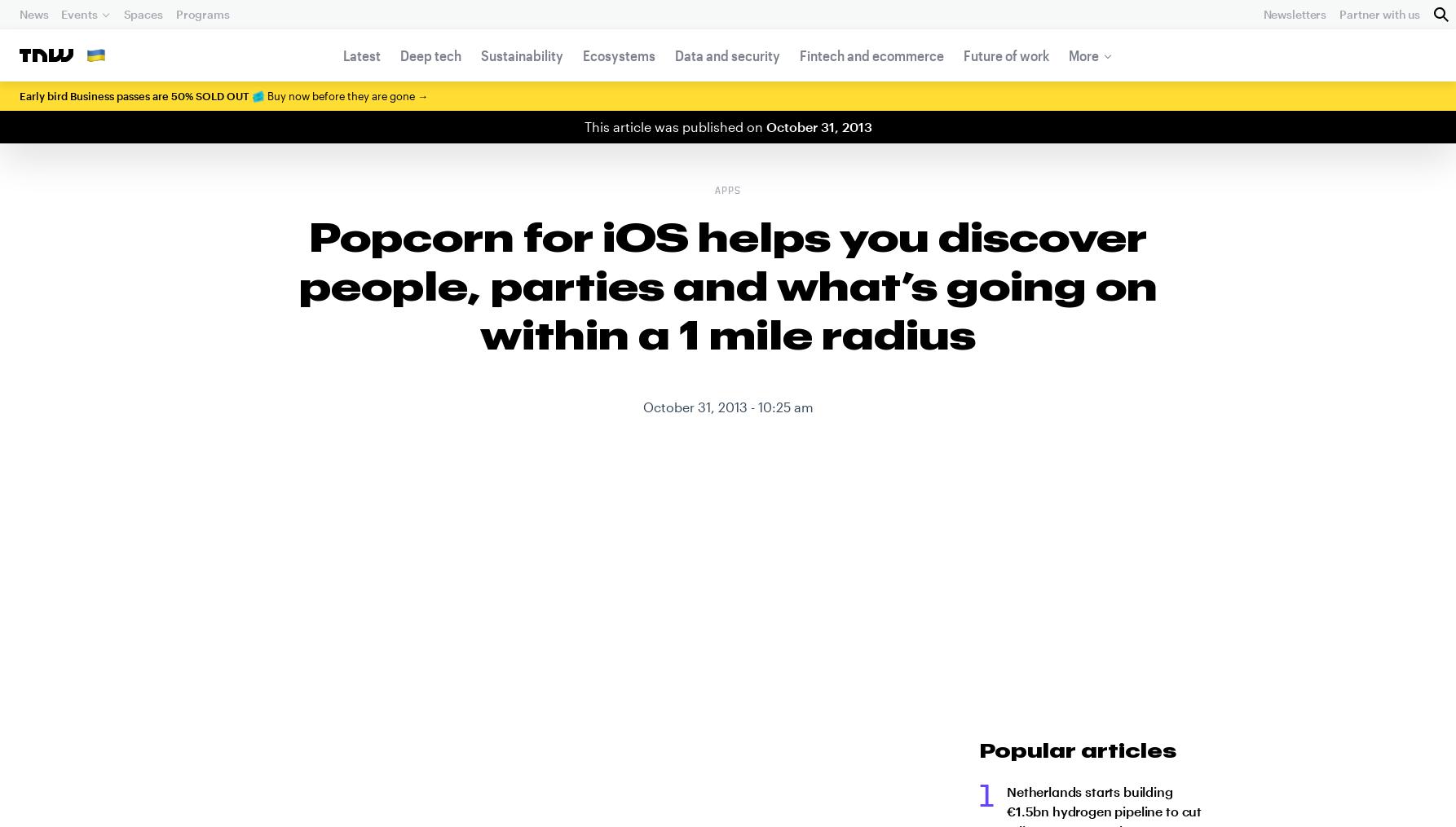 This screenshot has height=827, width=1456. I want to click on 'Newsletters', so click(1294, 13).